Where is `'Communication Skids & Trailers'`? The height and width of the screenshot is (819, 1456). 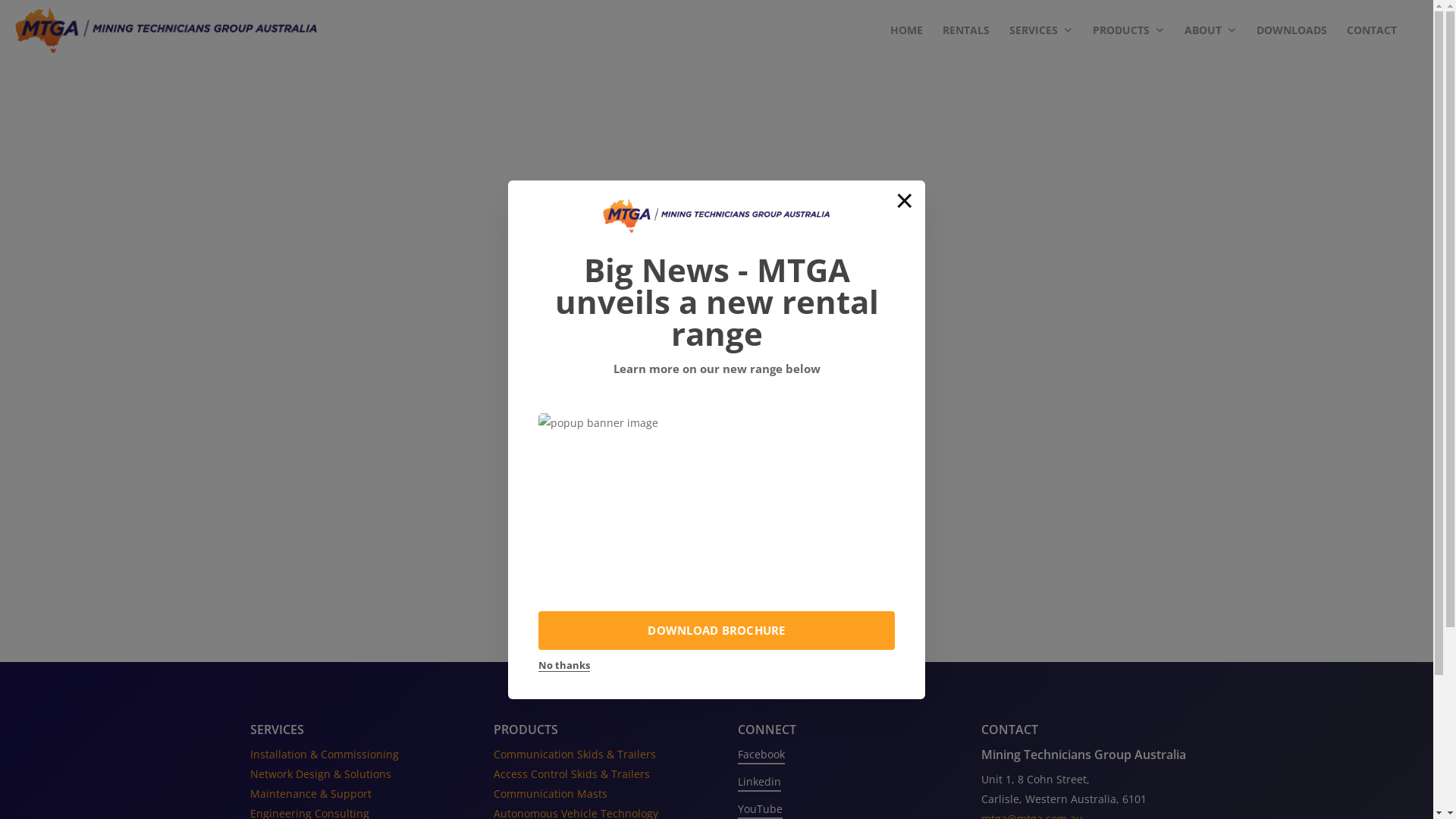 'Communication Skids & Trailers' is located at coordinates (574, 754).